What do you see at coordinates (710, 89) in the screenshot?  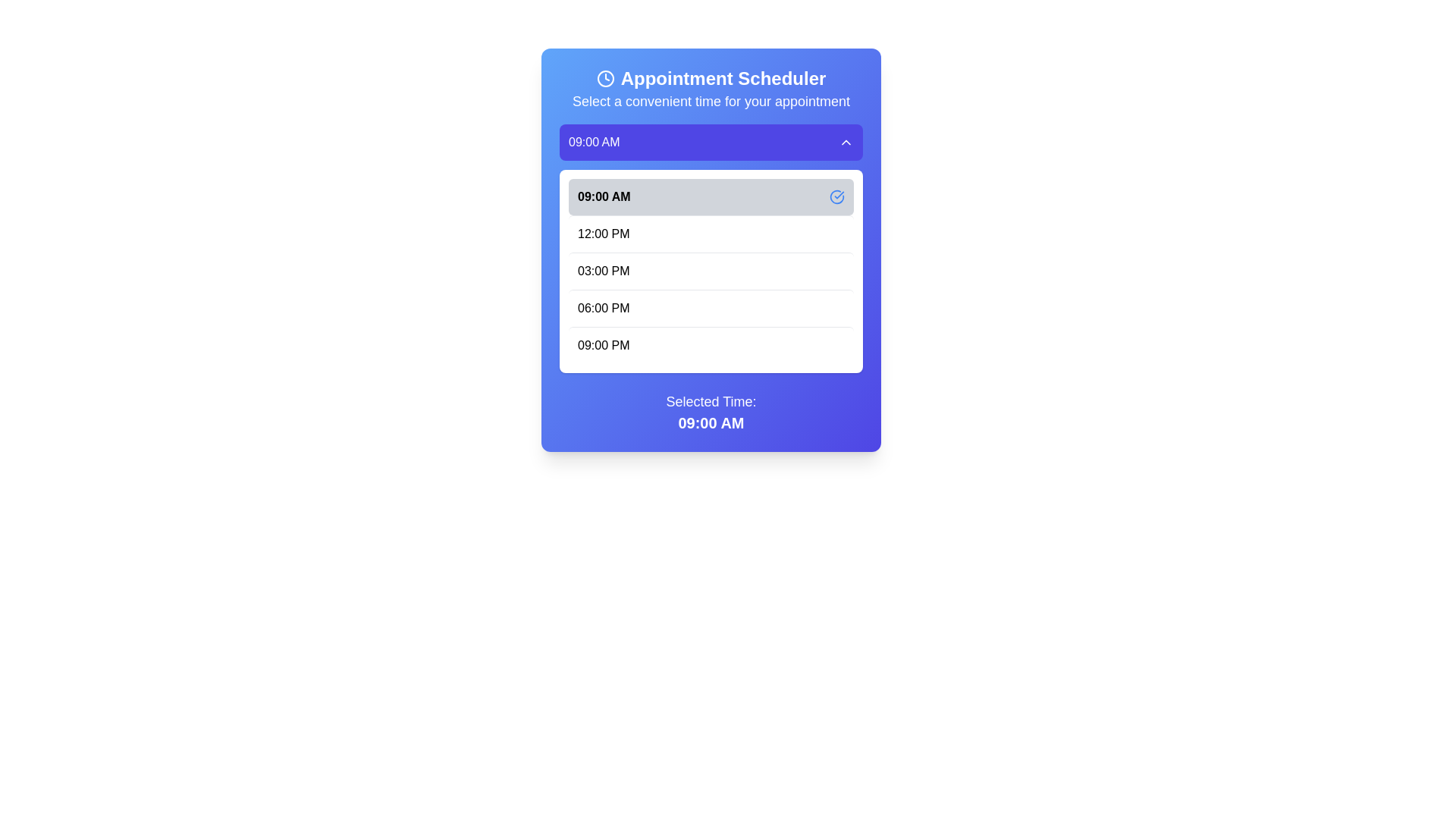 I see `the header element that introduces the appointment scheduler feature, located at the top center of the card component` at bounding box center [710, 89].